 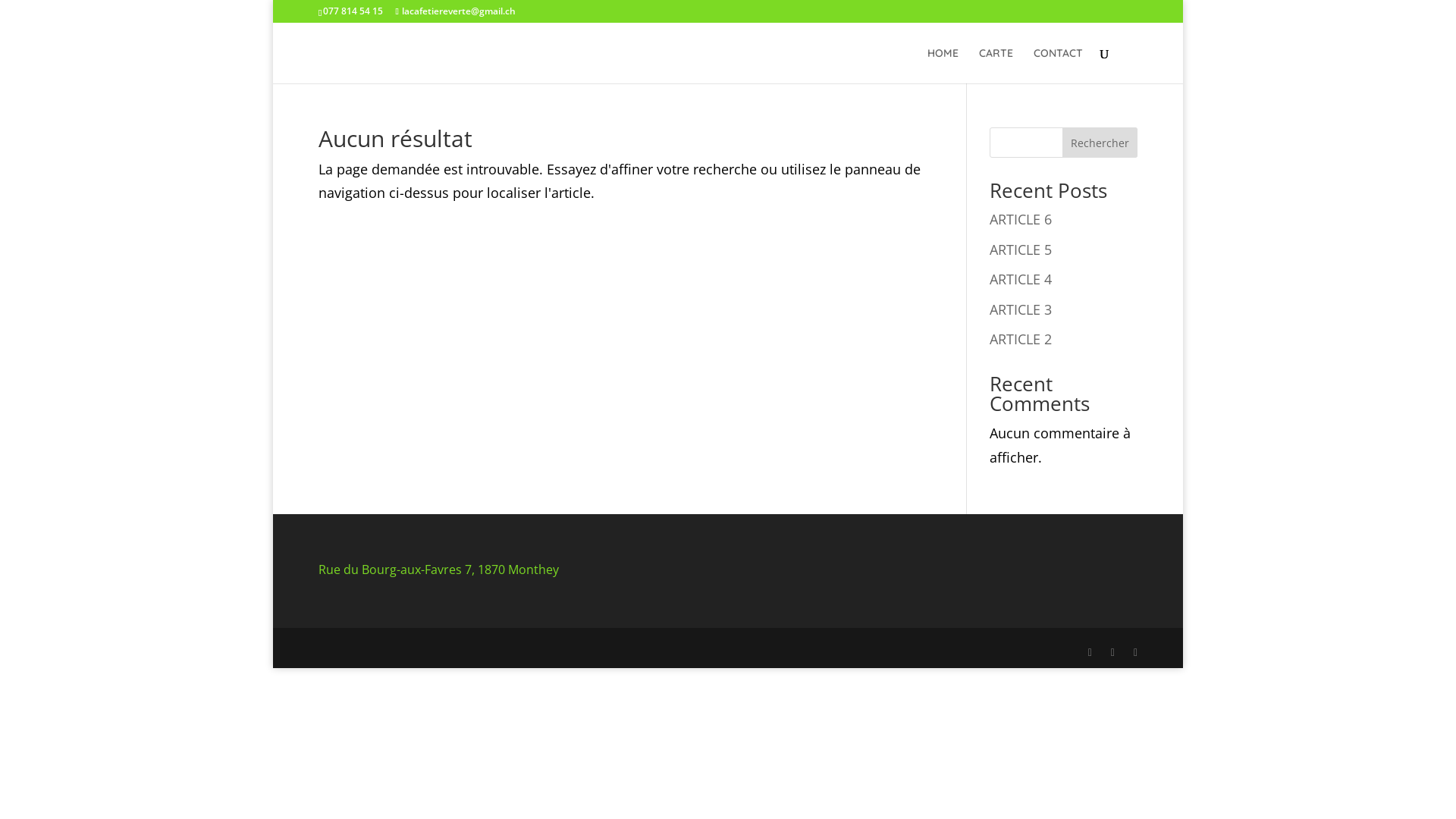 What do you see at coordinates (395, 11) in the screenshot?
I see `'lacafetiereverte@gmail.ch'` at bounding box center [395, 11].